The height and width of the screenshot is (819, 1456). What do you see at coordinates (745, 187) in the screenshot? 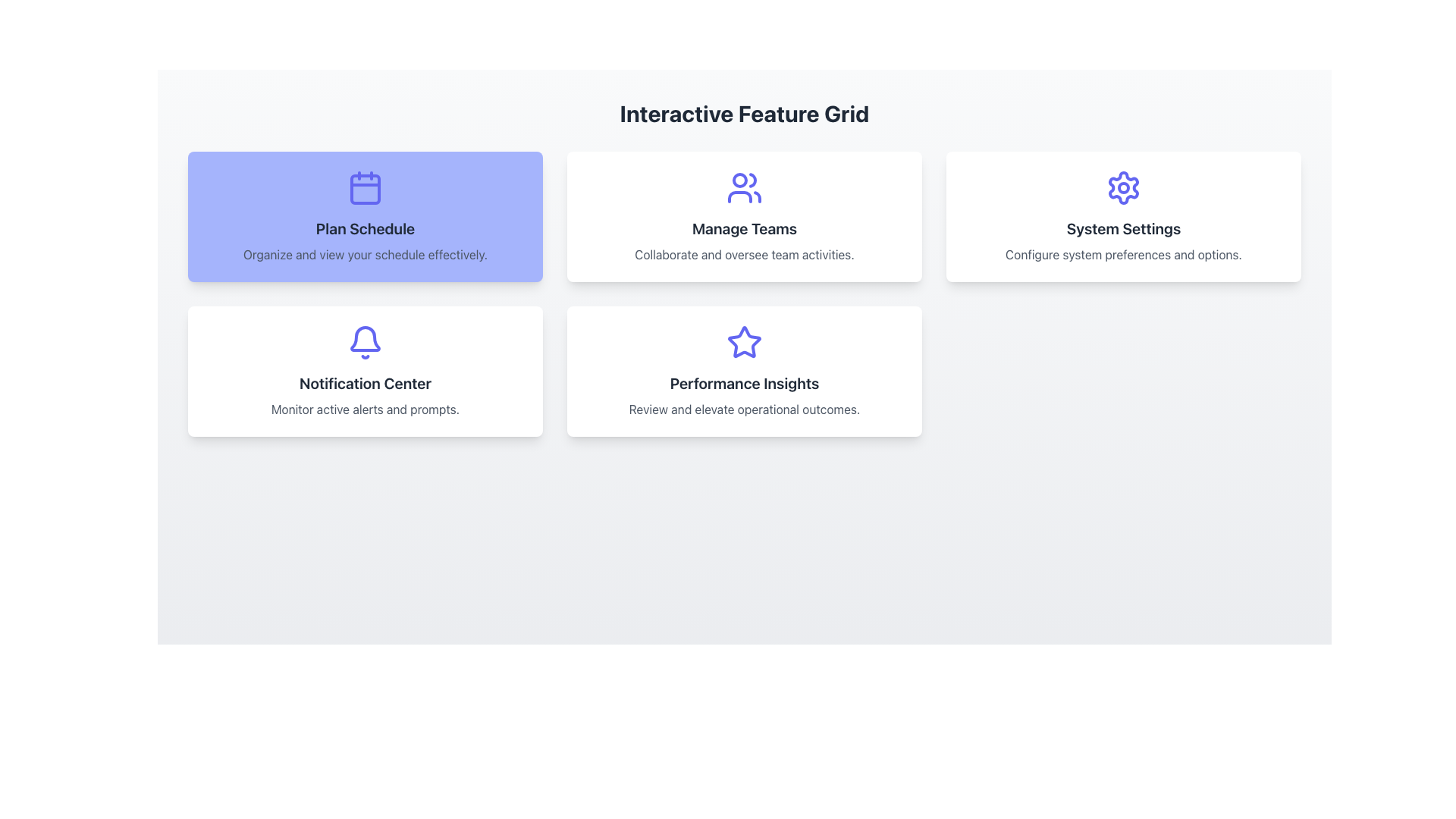
I see `the icon depicting a group of people, styled with a purple shade, located above the title 'Manage Teams' in the top-right section of the card` at bounding box center [745, 187].